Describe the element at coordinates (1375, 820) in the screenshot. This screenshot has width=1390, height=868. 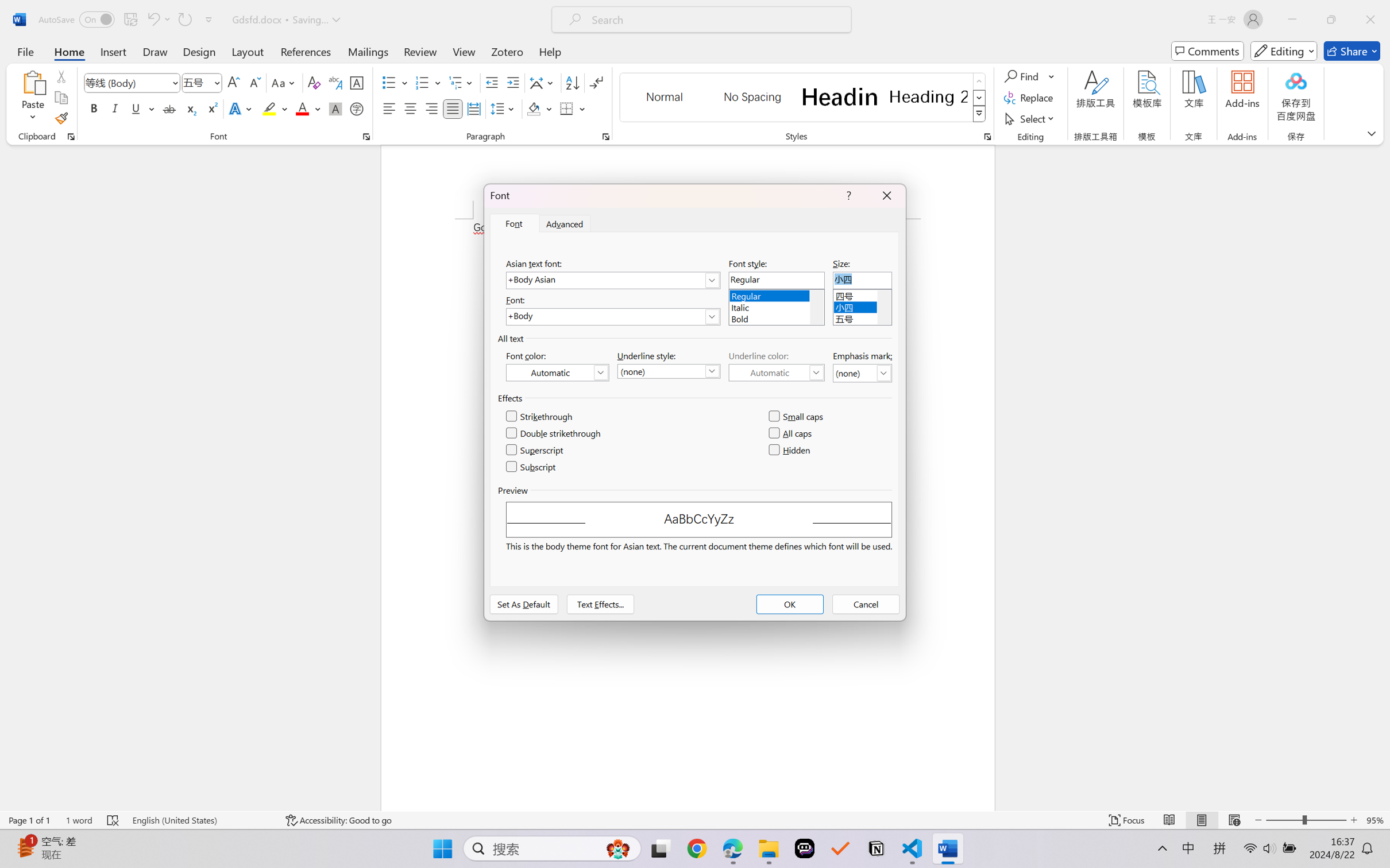
I see `'Zoom 95%'` at that location.